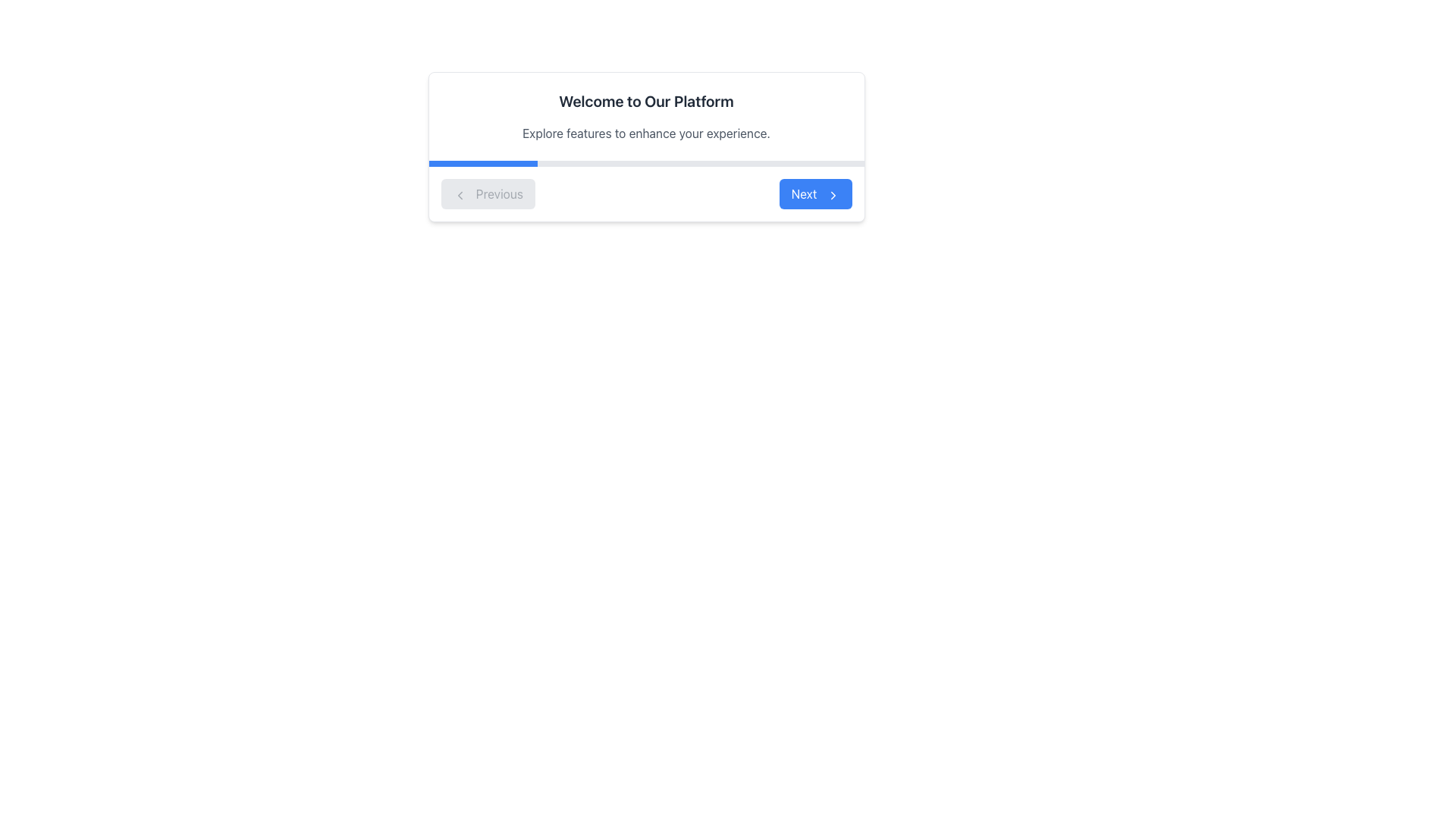  I want to click on the right-pointing arrow icon located within the blue 'Next' button at the bottom-right of the central dialog box, so click(832, 194).